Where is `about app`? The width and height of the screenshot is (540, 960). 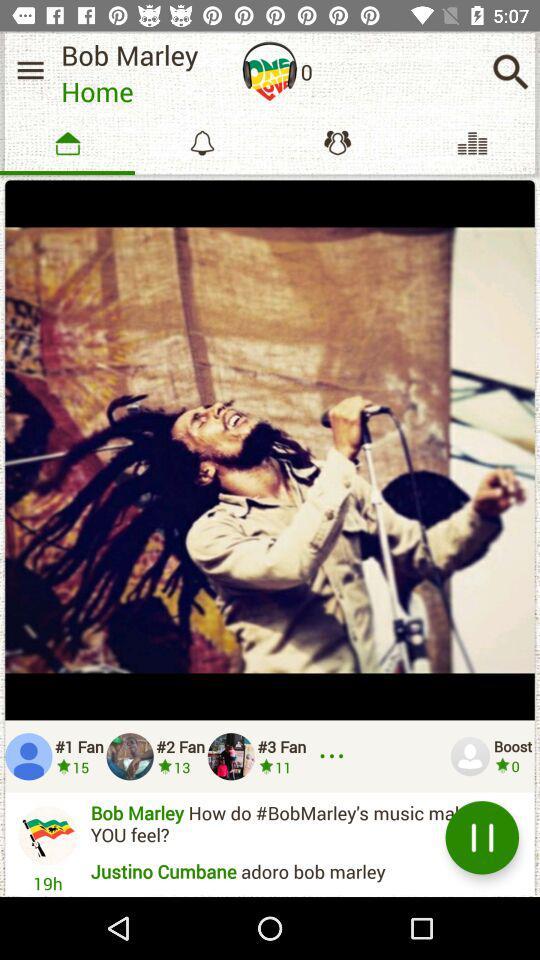
about app is located at coordinates (270, 71).